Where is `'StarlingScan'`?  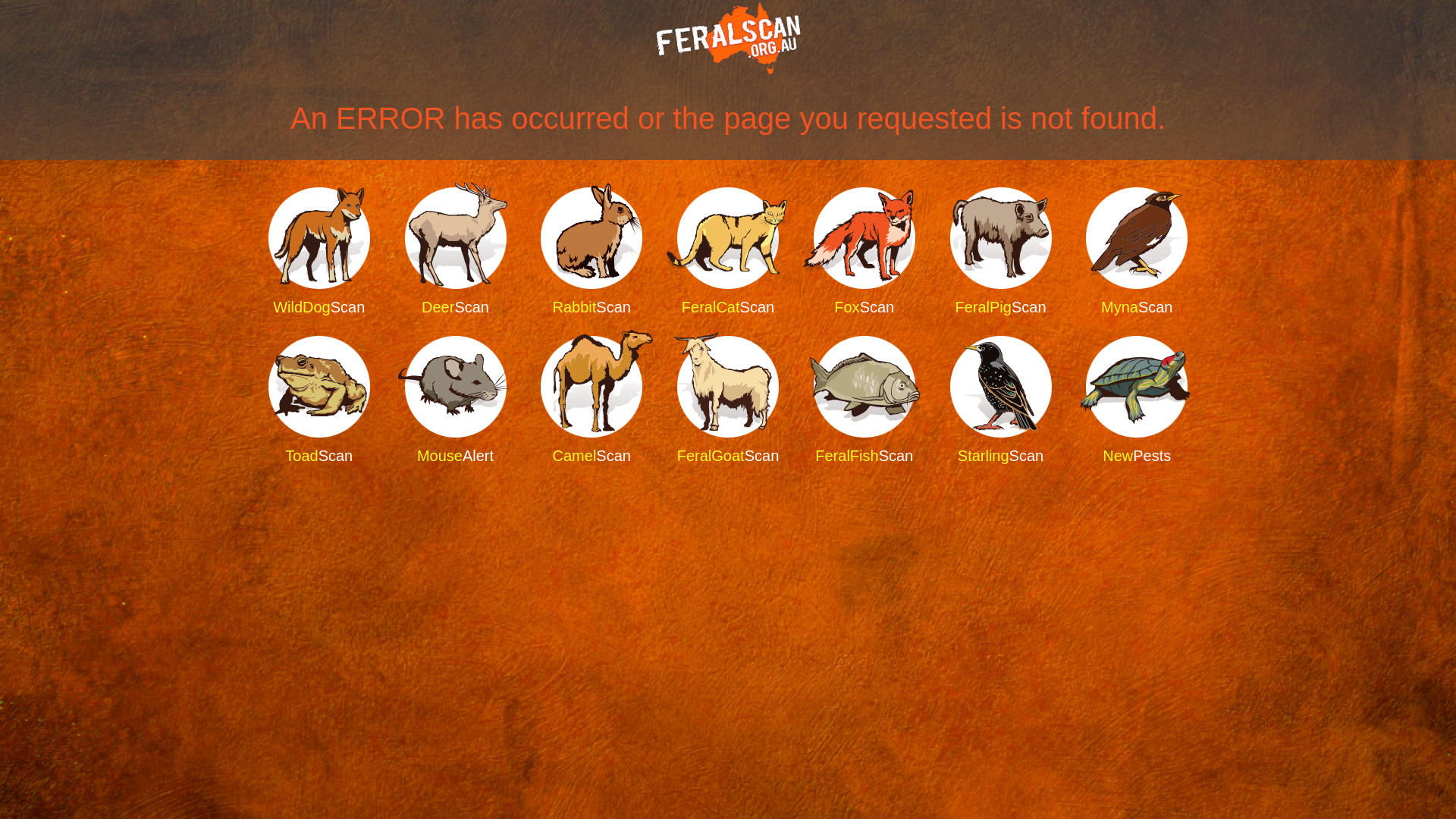
'StarlingScan' is located at coordinates (931, 400).